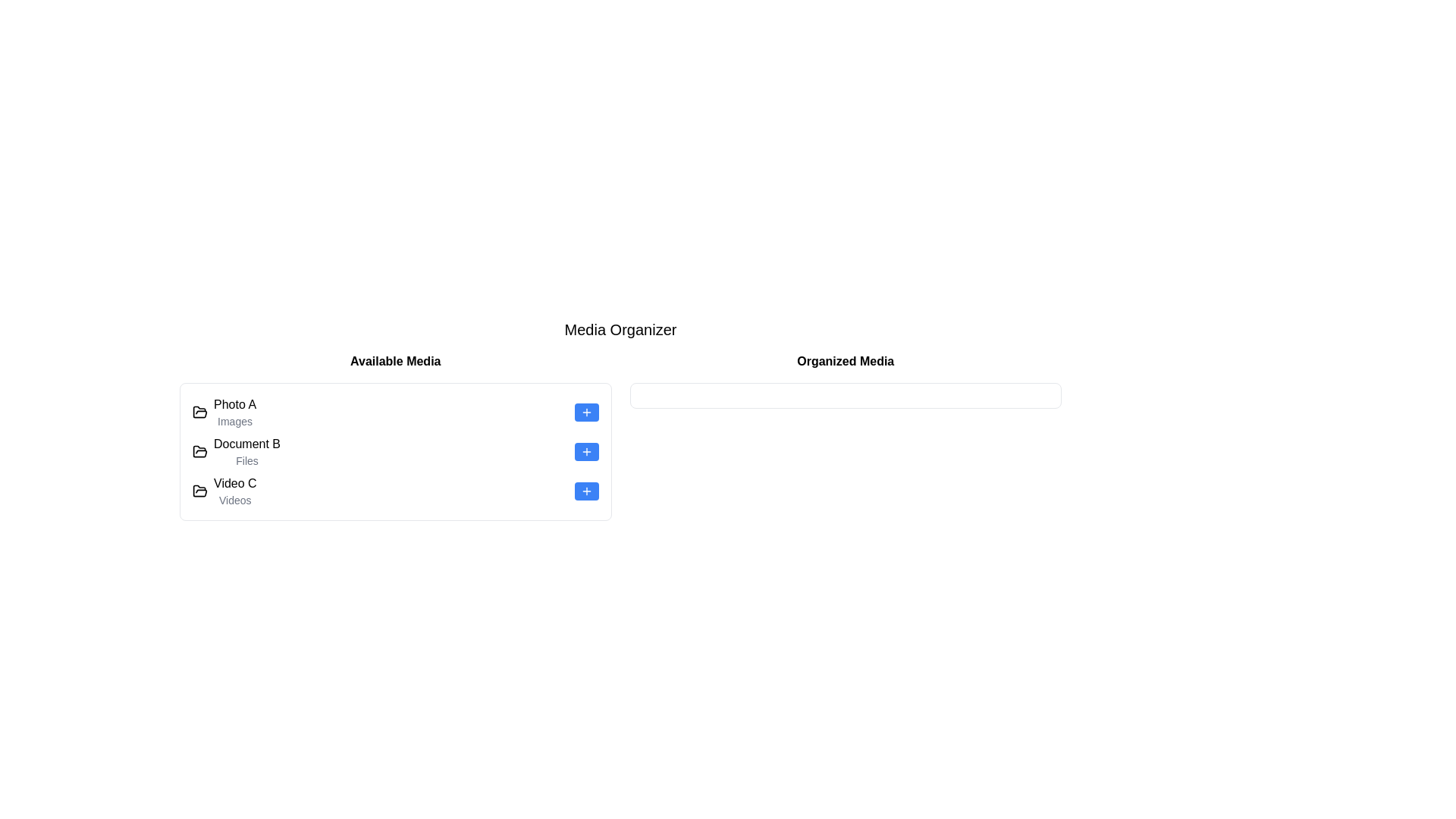 Image resolution: width=1456 pixels, height=819 pixels. Describe the element at coordinates (234, 403) in the screenshot. I see `the 'Photo A' text label` at that location.